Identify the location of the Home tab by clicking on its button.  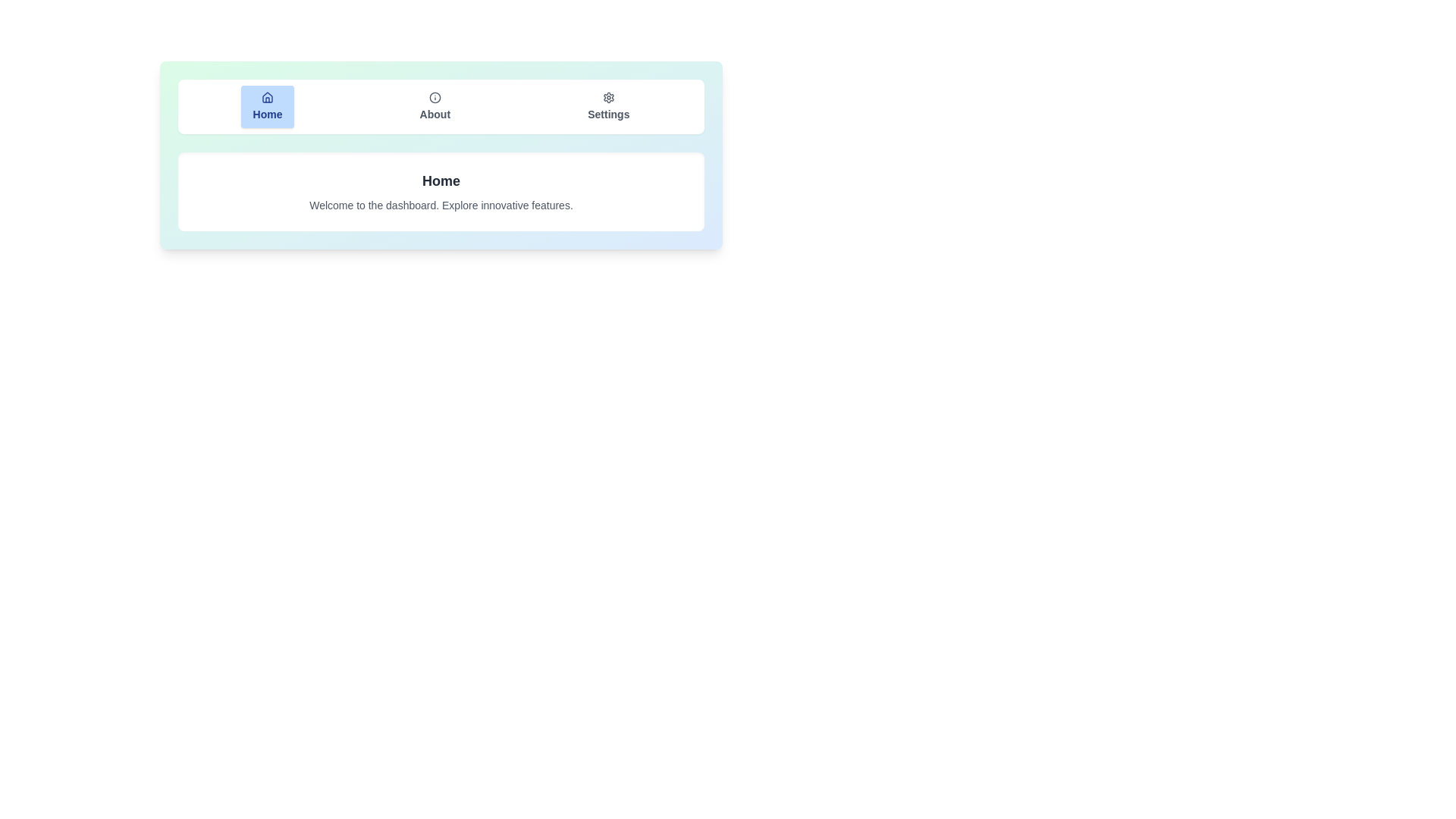
(268, 106).